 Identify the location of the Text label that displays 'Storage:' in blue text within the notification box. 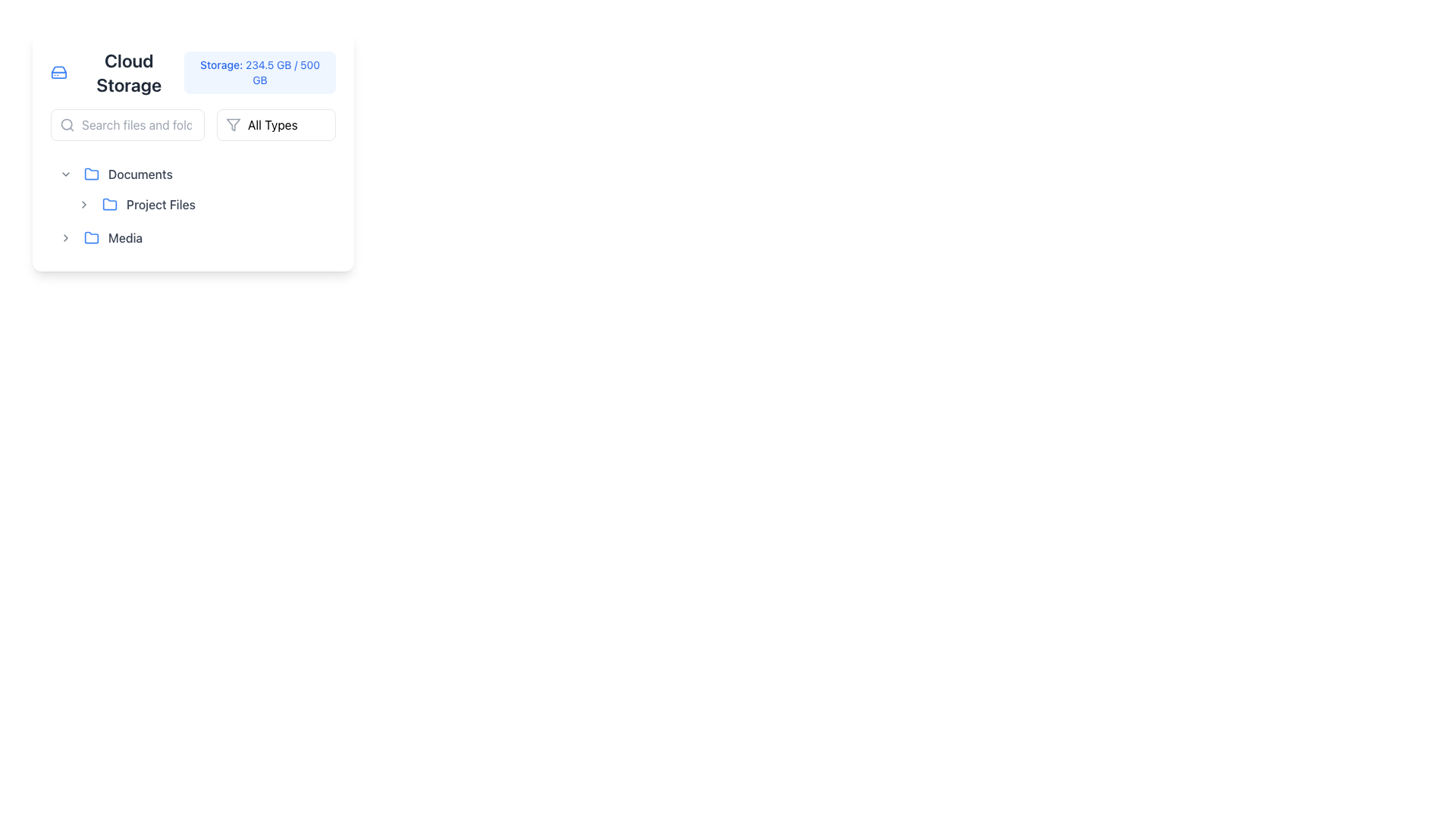
(221, 64).